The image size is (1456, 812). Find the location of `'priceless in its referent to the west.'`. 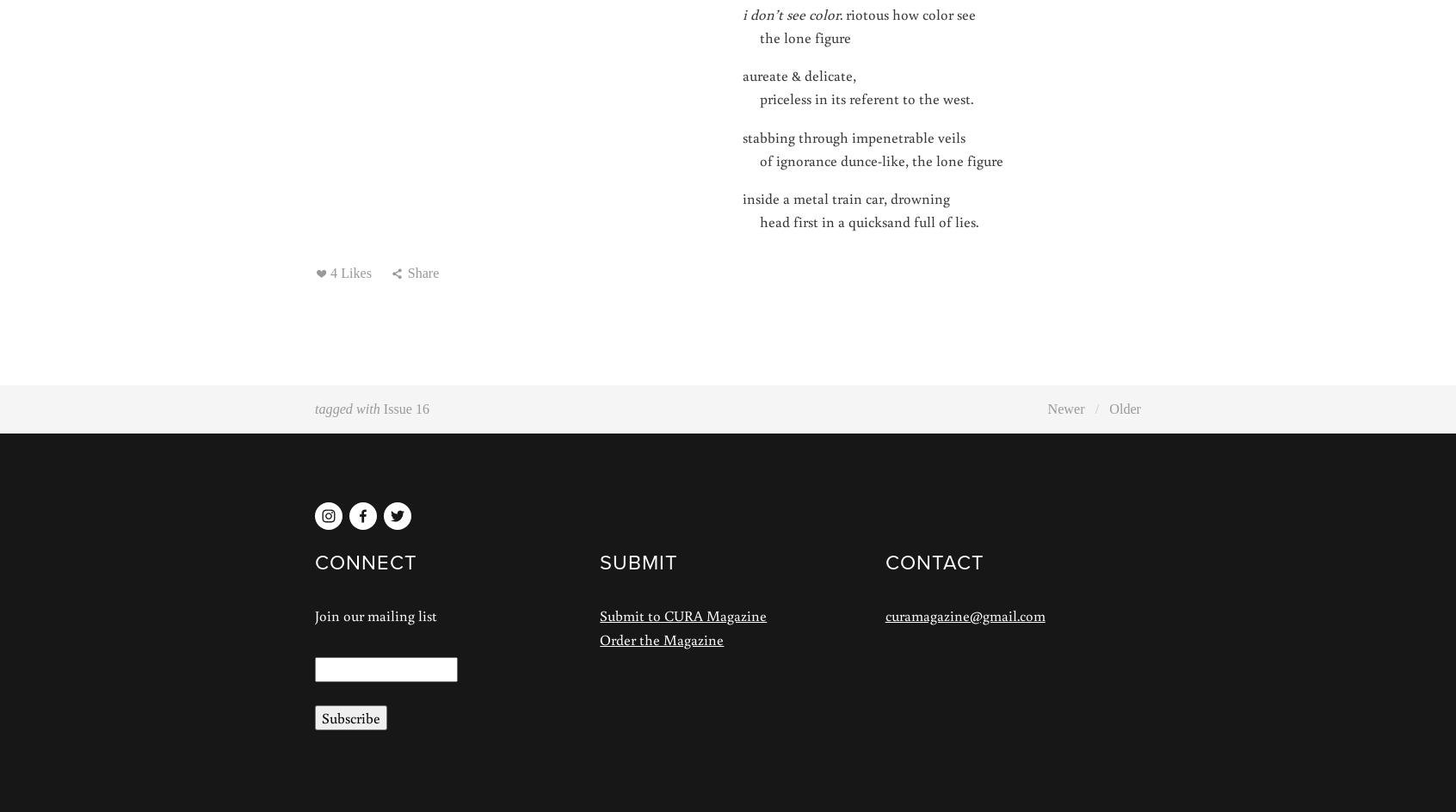

'priceless in its referent to the west.' is located at coordinates (856, 97).